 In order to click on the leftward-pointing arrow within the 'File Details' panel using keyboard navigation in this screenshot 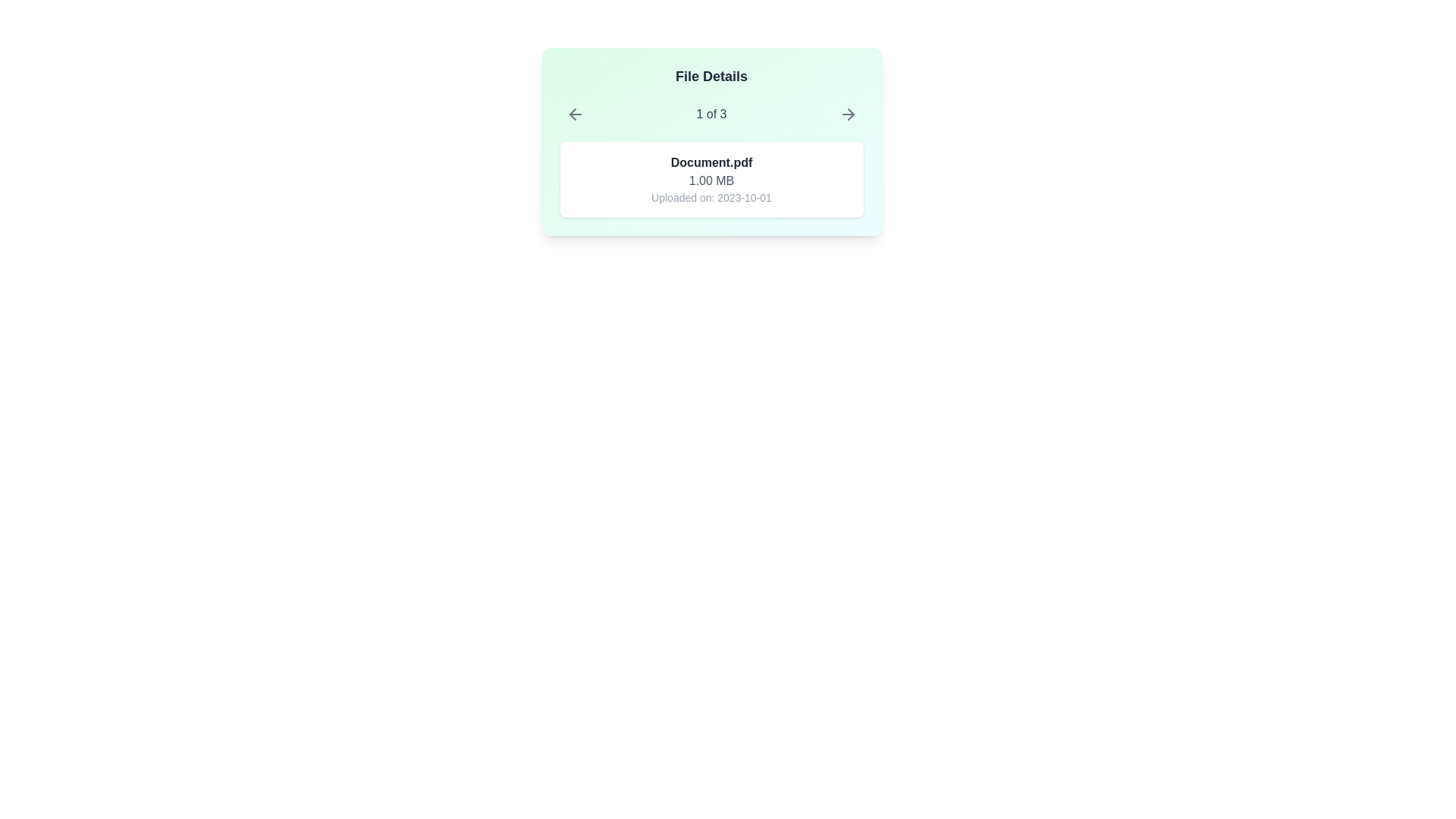, I will do `click(571, 113)`.